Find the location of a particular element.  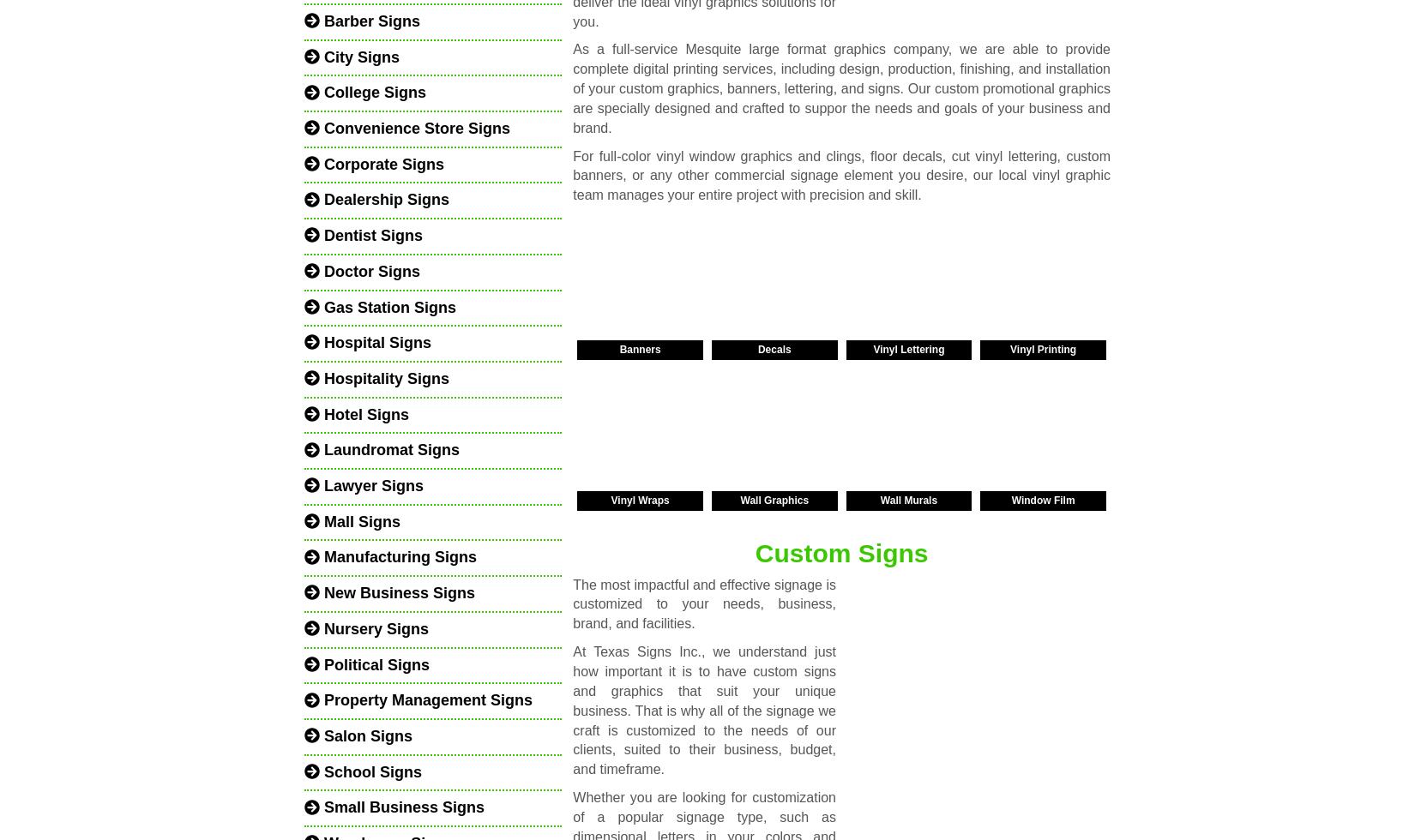

'Salon Signs' is located at coordinates (365, 735).